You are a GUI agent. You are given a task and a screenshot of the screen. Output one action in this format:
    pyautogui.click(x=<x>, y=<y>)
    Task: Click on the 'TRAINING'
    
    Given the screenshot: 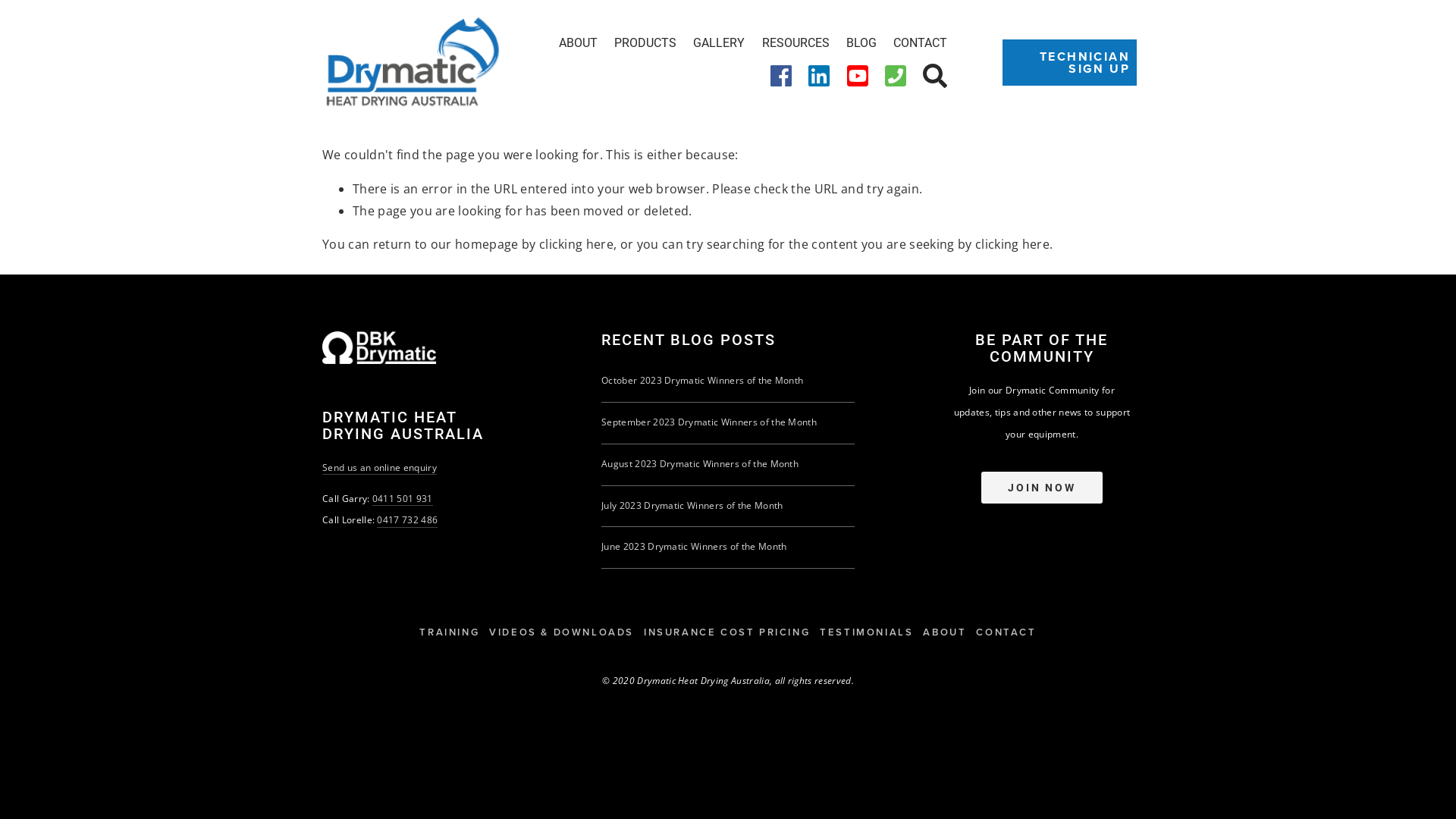 What is the action you would take?
    pyautogui.click(x=453, y=632)
    